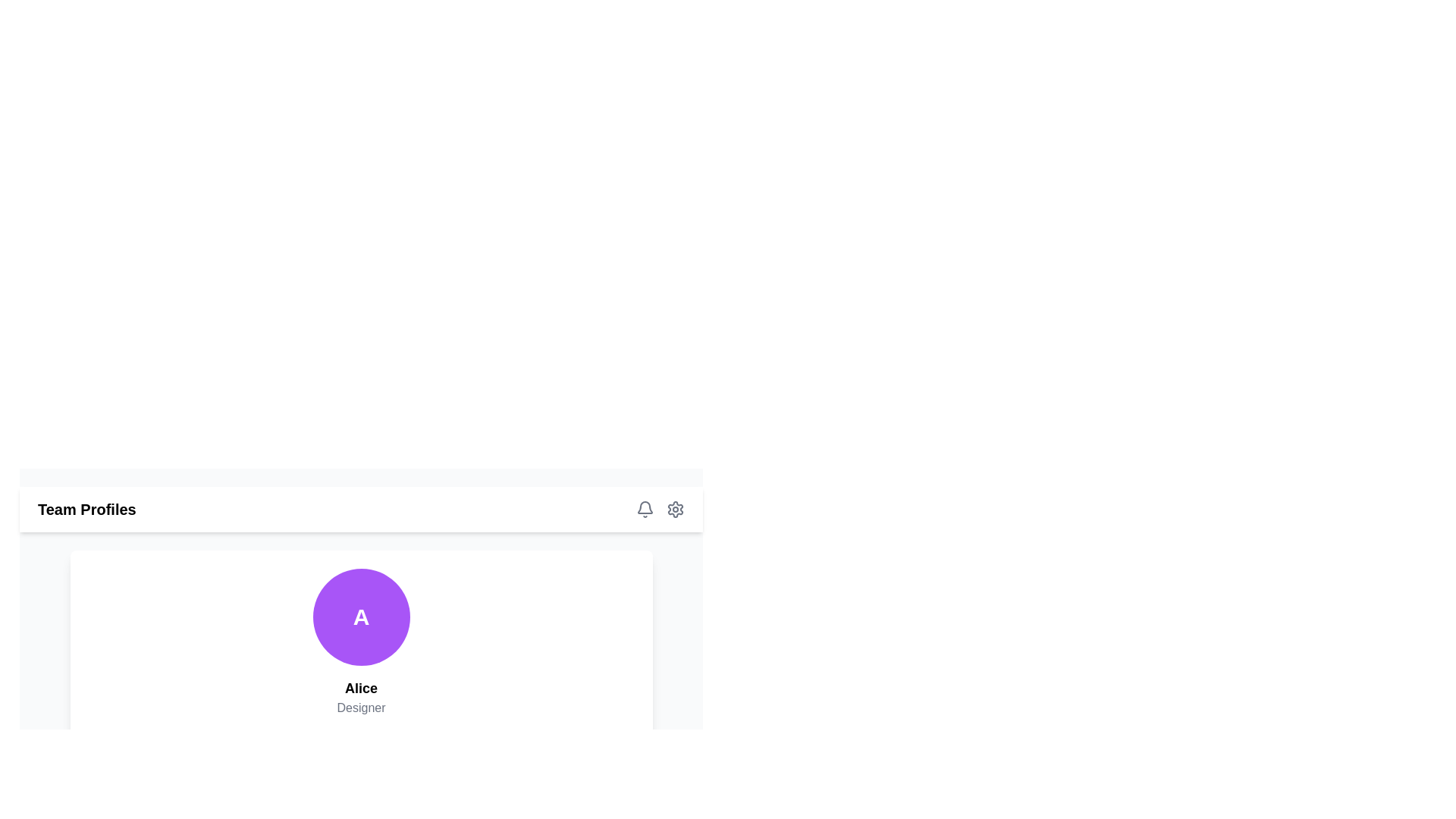 Image resolution: width=1456 pixels, height=819 pixels. Describe the element at coordinates (360, 589) in the screenshot. I see `the purple circle avatar displaying the letter 'A' in the profile card layout for 'Alice', located in the 'Team Profiles' section` at that location.